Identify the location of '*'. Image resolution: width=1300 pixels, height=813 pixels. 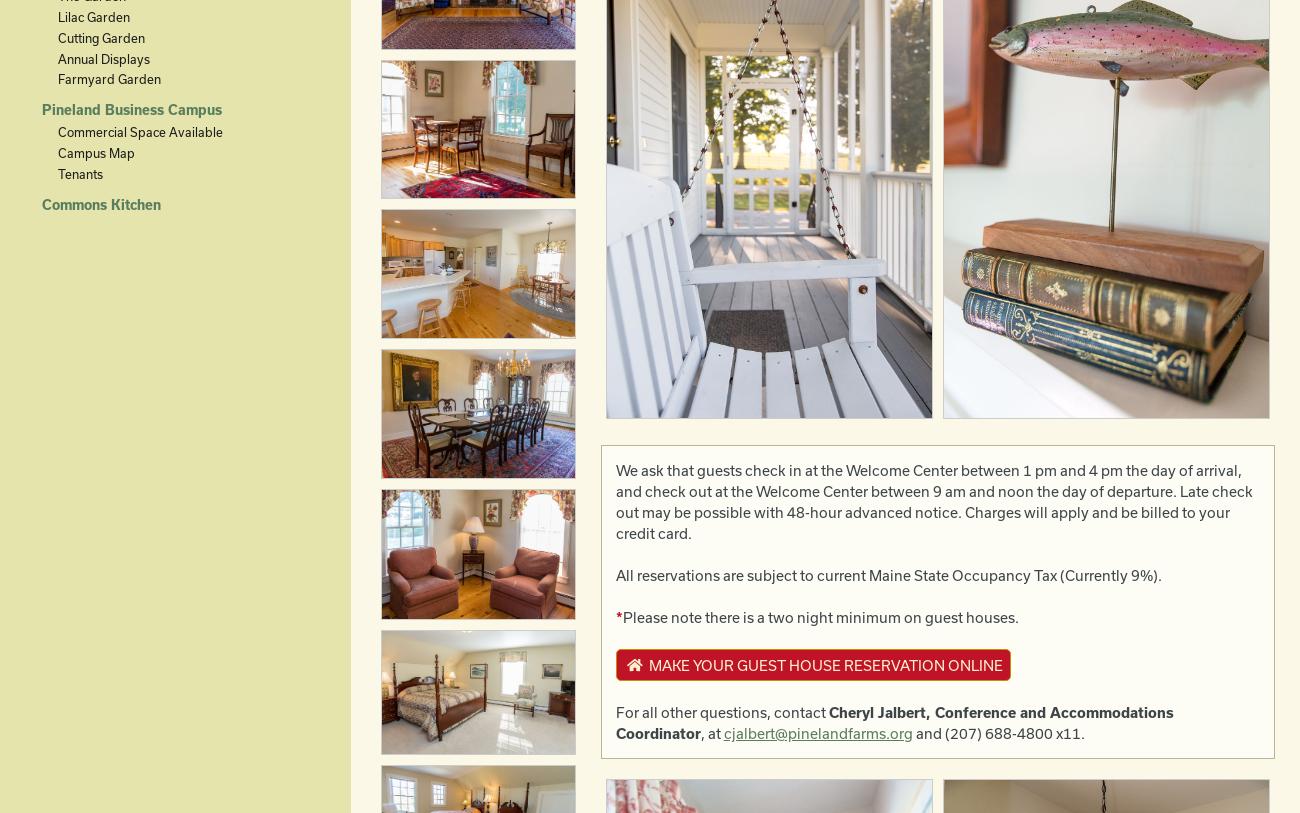
(618, 617).